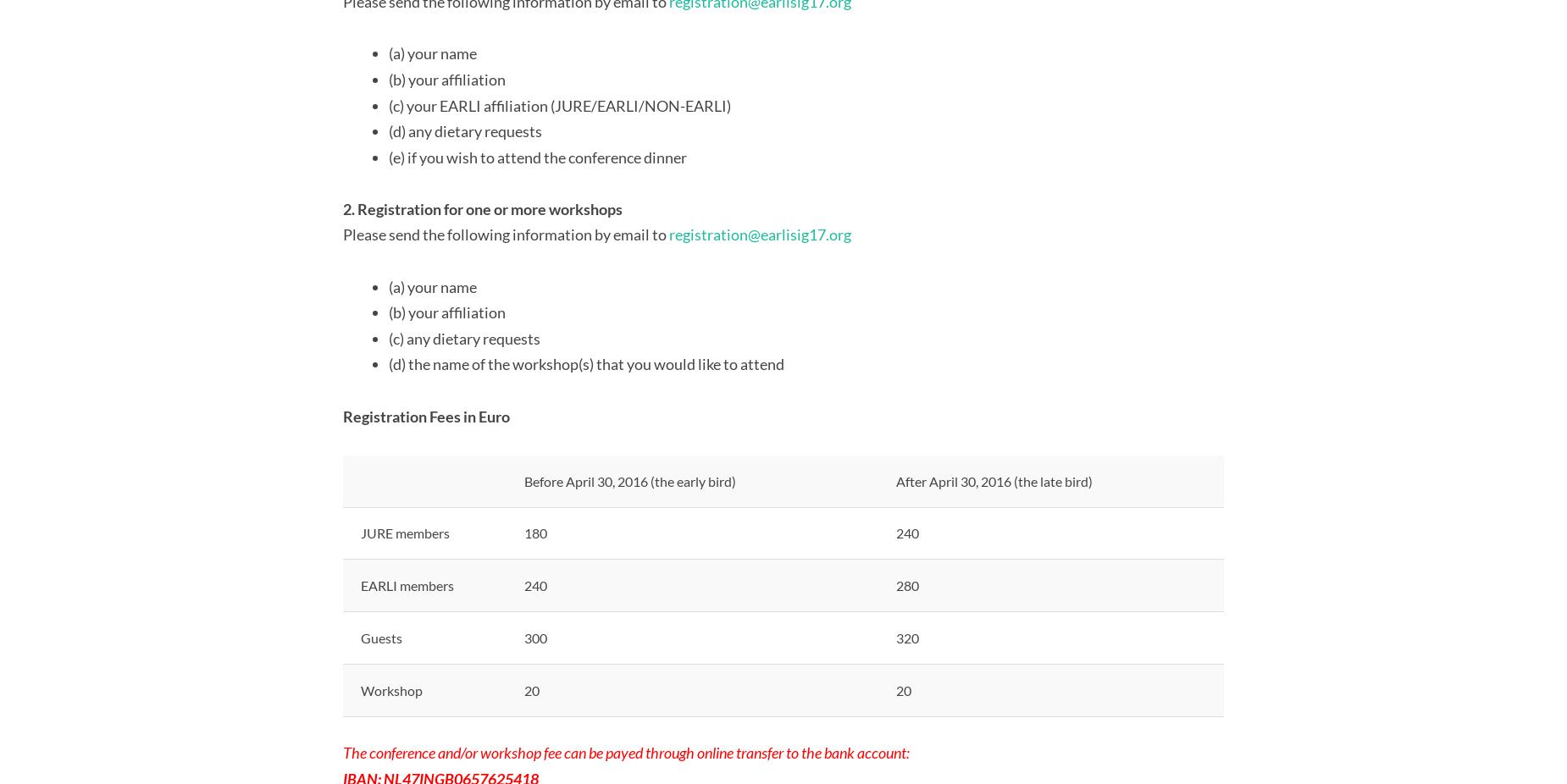  What do you see at coordinates (404, 532) in the screenshot?
I see `'JURE members'` at bounding box center [404, 532].